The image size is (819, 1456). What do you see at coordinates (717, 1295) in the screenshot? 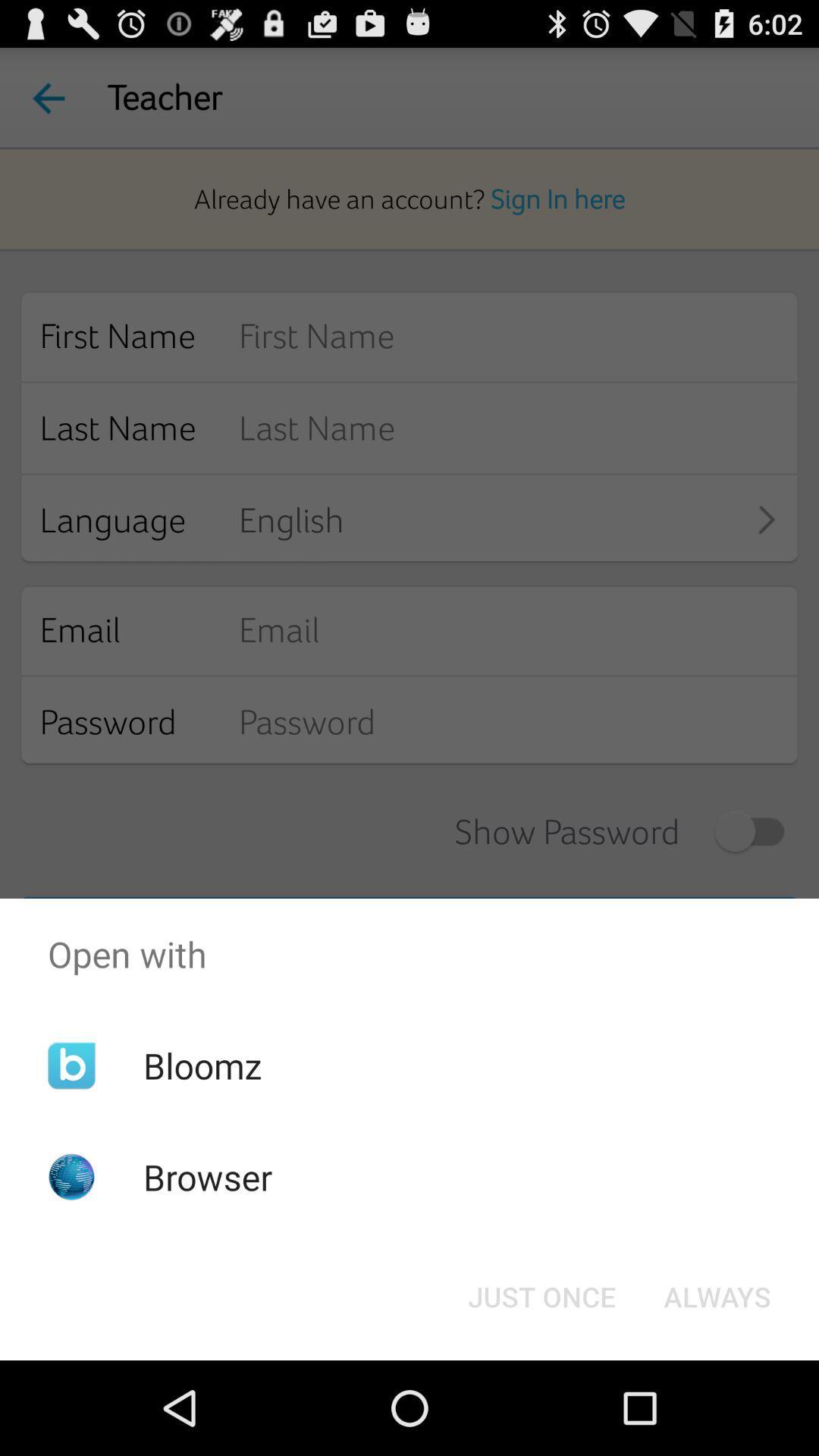
I see `the always item` at bounding box center [717, 1295].